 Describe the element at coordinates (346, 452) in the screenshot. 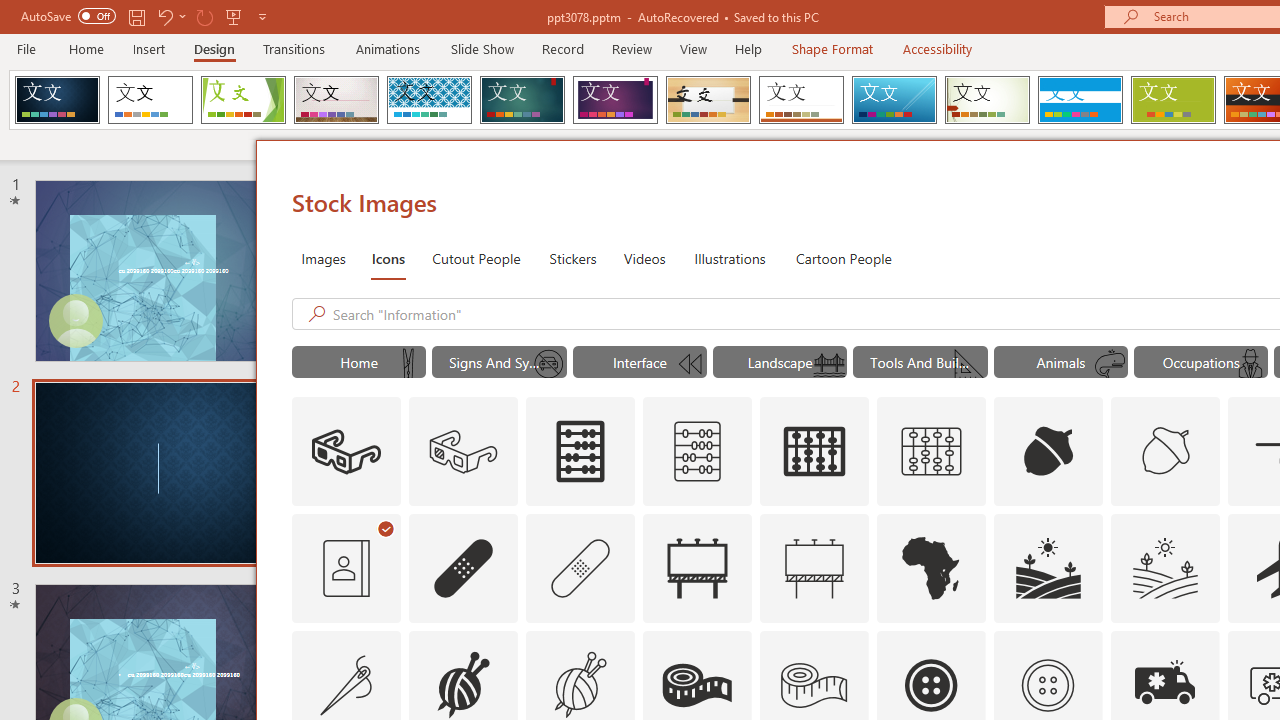

I see `'AutomationID: Icons_3dGlasses'` at that location.